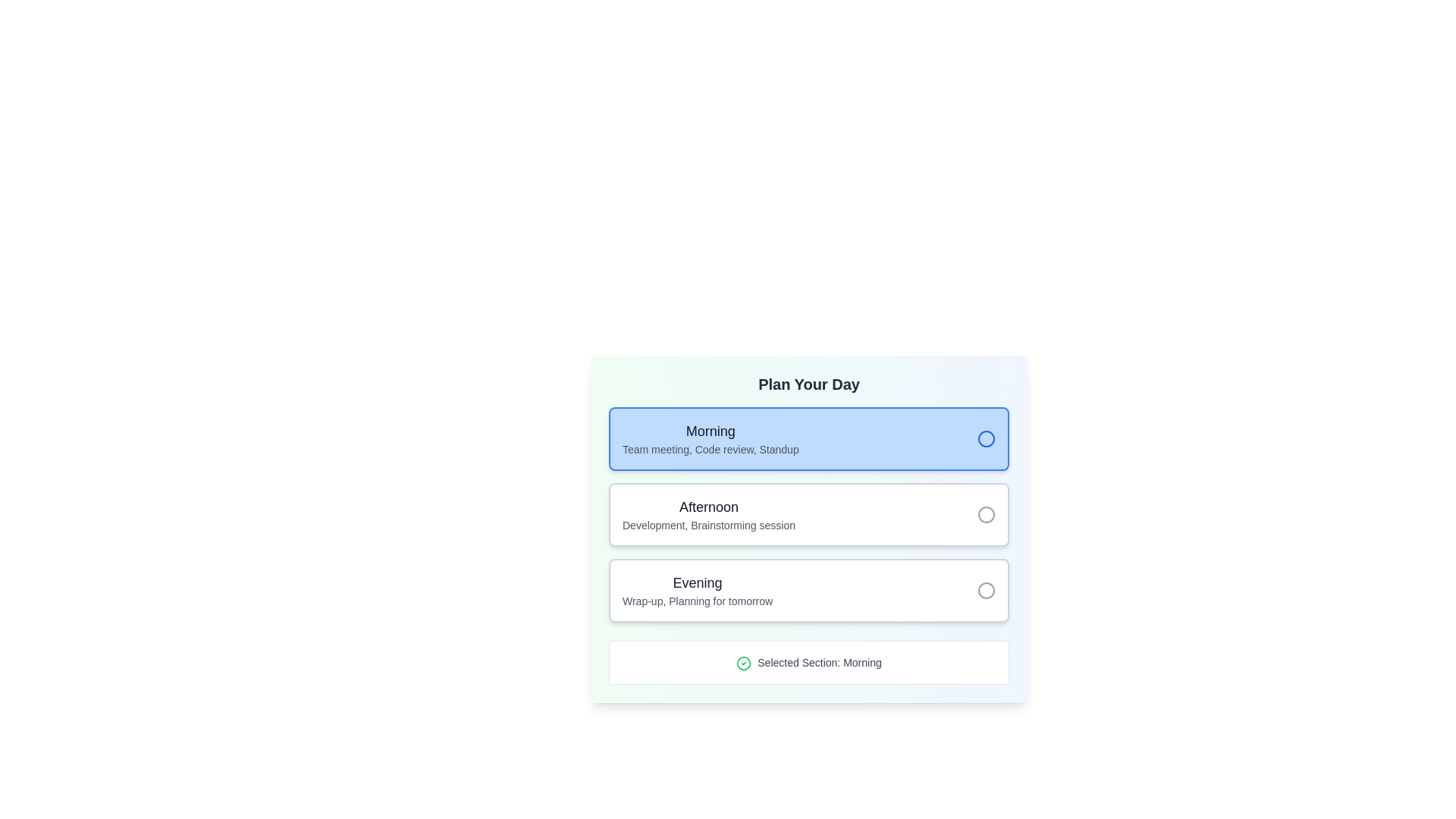 The image size is (1456, 819). What do you see at coordinates (710, 431) in the screenshot?
I see `the Text Label displaying 'Morning' in bold, large dark gray font, located at the top of the card-like section with a light blue background` at bounding box center [710, 431].